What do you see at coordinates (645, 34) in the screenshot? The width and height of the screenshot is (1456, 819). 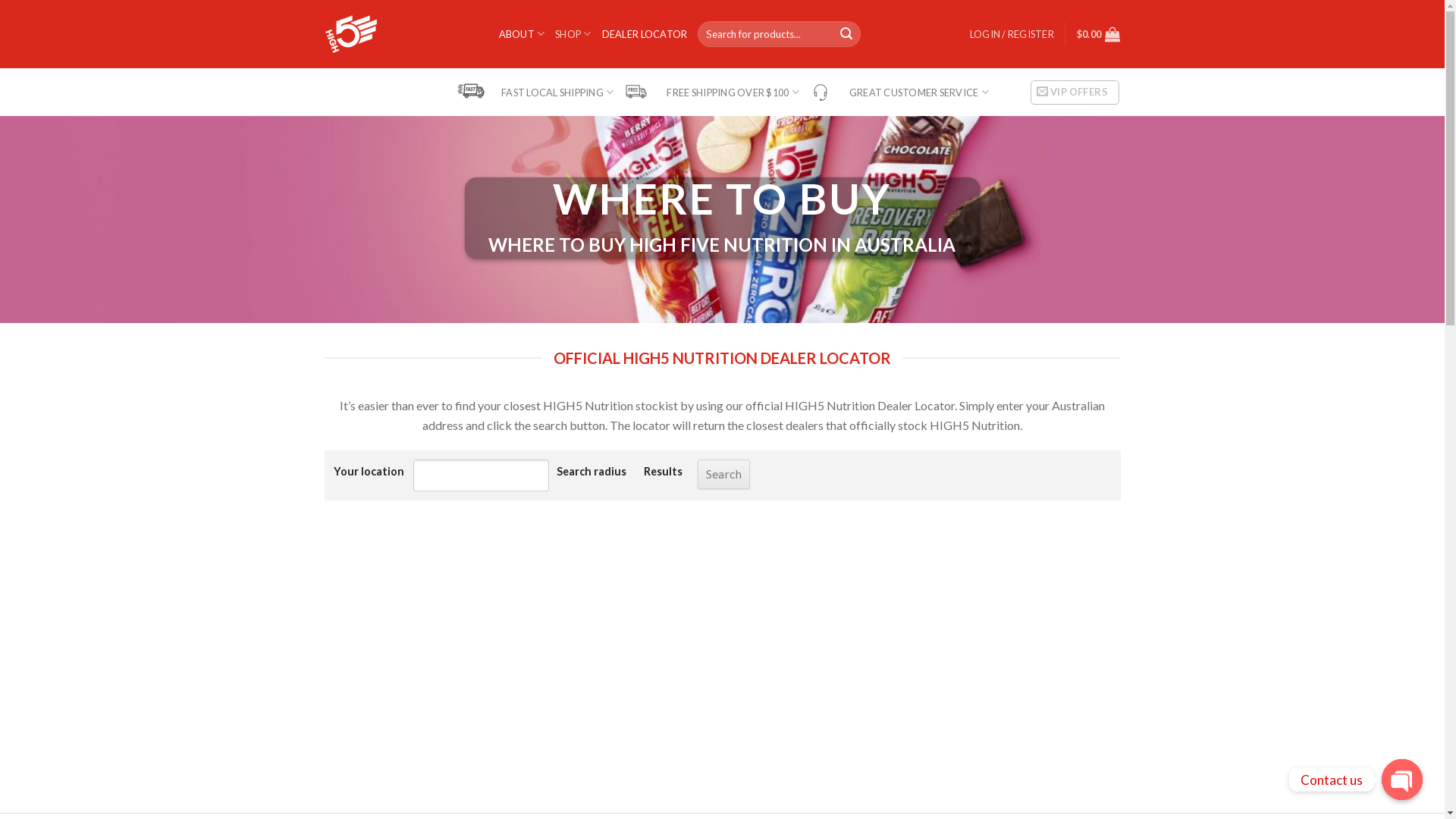 I see `'DEALER LOCATOR'` at bounding box center [645, 34].